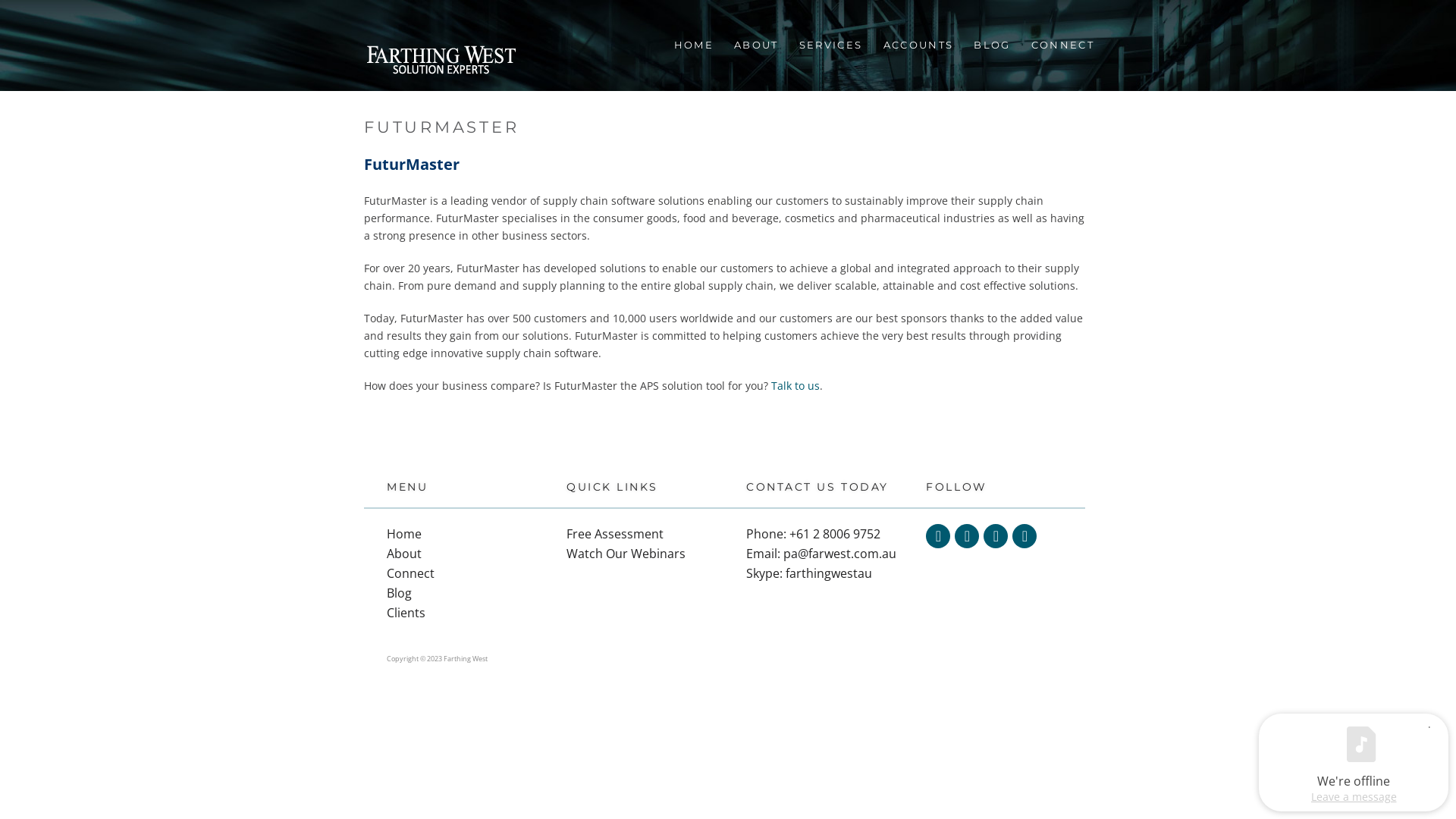 Image resolution: width=1456 pixels, height=819 pixels. Describe the element at coordinates (615, 533) in the screenshot. I see `'Free Assessment'` at that location.